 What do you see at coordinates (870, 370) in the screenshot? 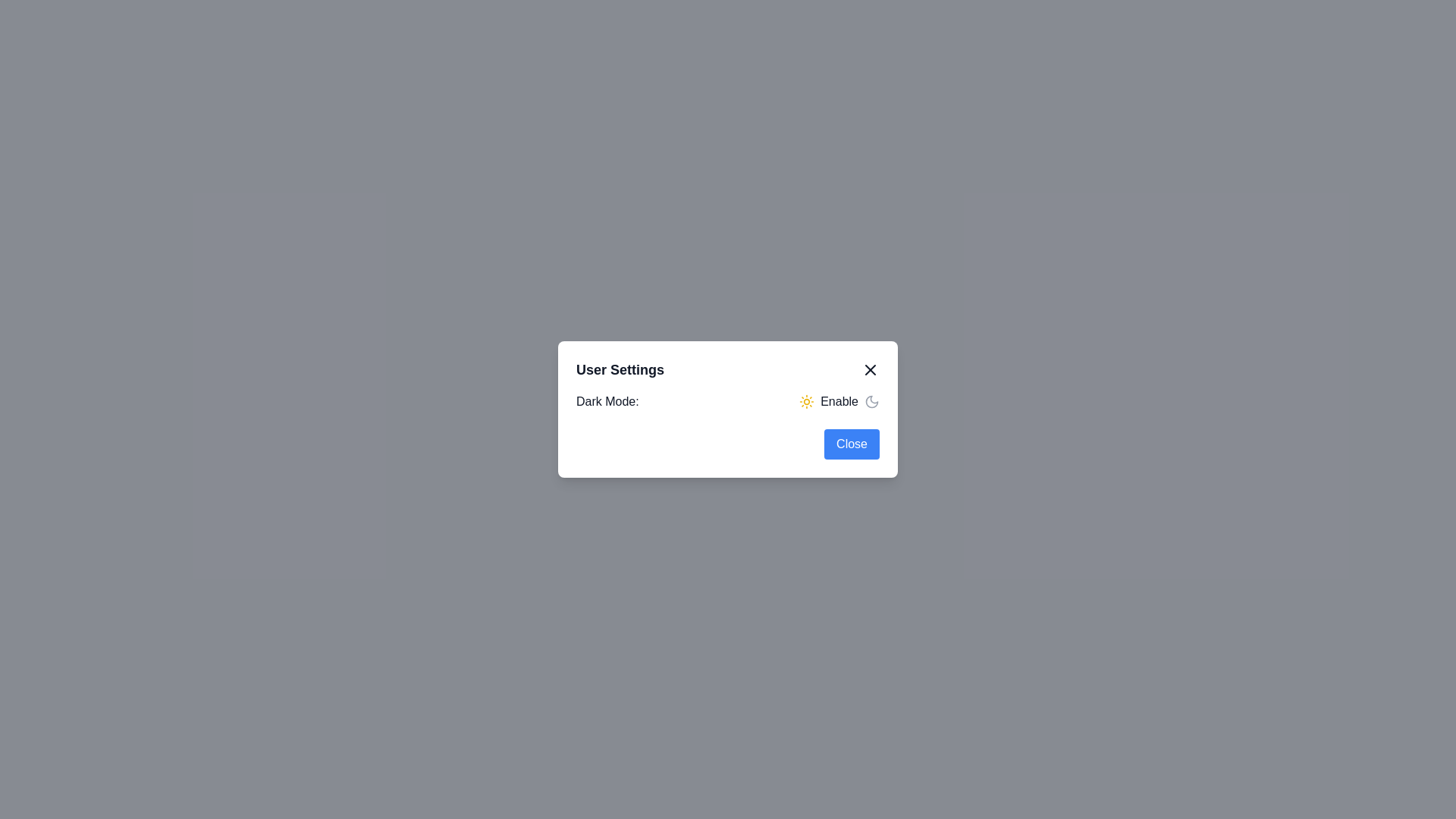
I see `the close button icon resembling an 'X' located in the top-right corner of the 'User Settings' dialog box` at bounding box center [870, 370].